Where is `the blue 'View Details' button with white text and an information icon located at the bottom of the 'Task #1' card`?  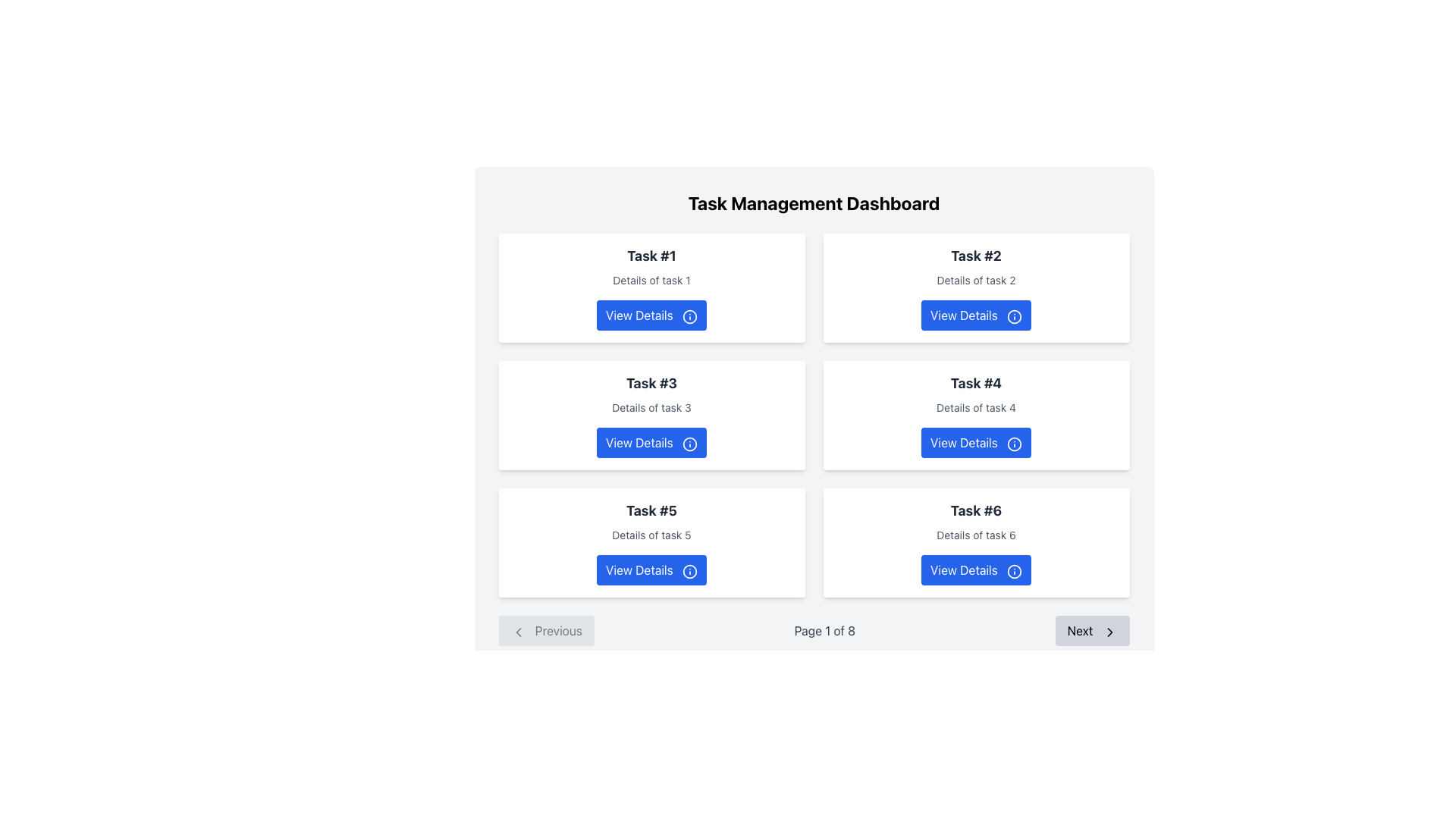
the blue 'View Details' button with white text and an information icon located at the bottom of the 'Task #1' card is located at coordinates (651, 315).